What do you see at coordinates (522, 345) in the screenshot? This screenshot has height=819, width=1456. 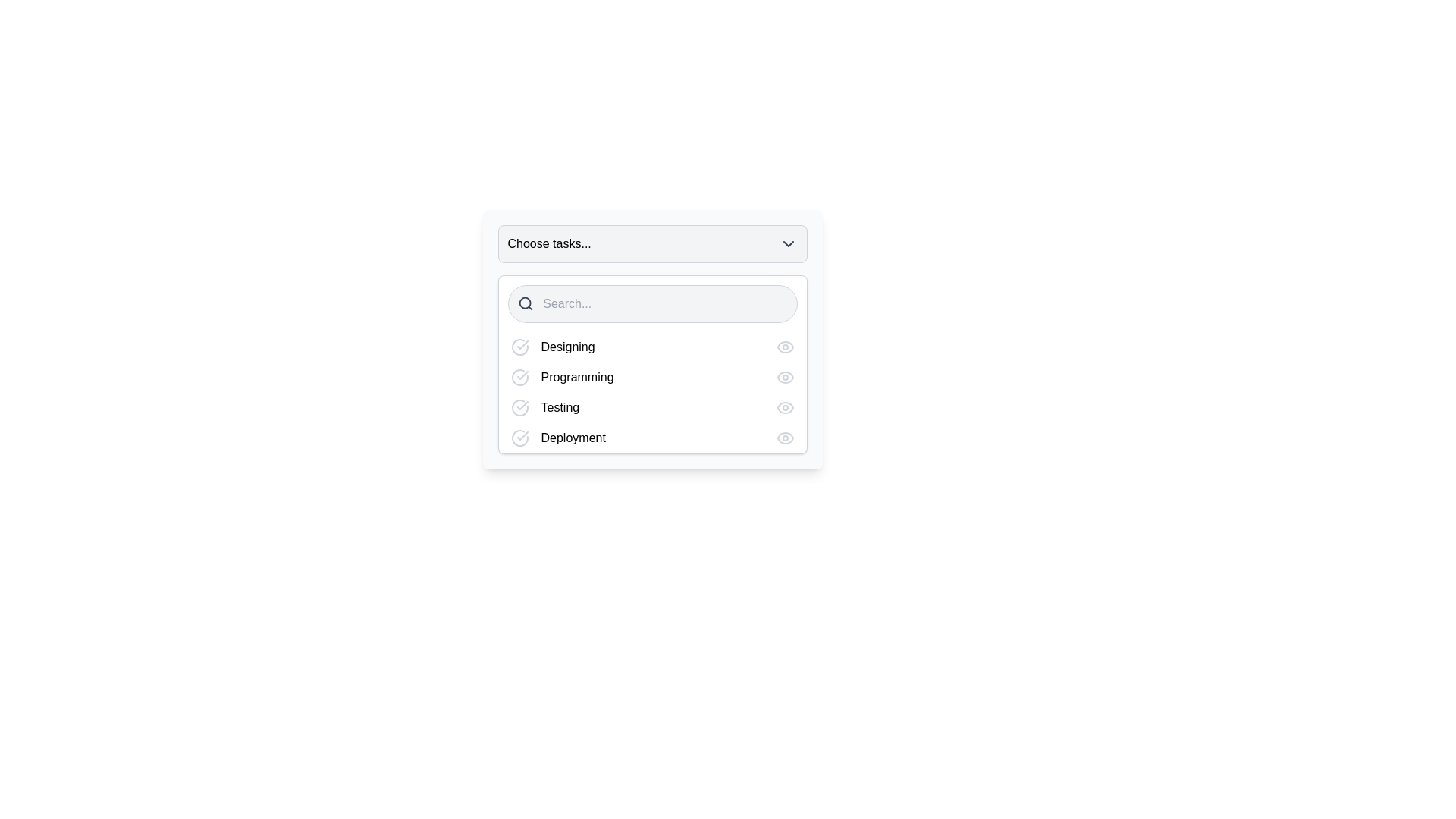 I see `the checkmark icon with a bold, rounded outline located within the circular frame, which is part of the 'Designing' task in the dropdown menu` at bounding box center [522, 345].